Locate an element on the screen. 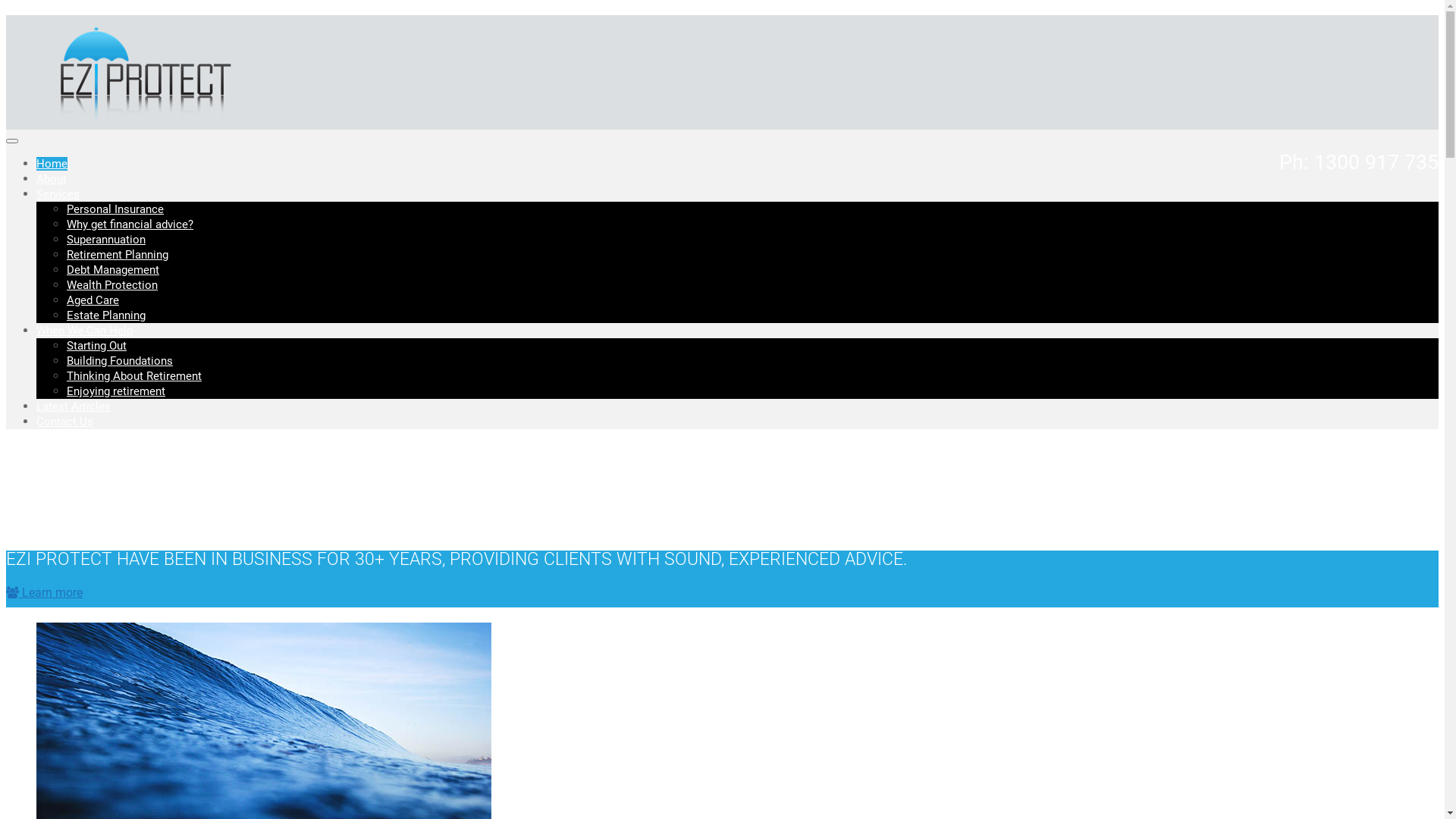 Image resolution: width=1456 pixels, height=819 pixels. 'Building Foundations' is located at coordinates (119, 360).